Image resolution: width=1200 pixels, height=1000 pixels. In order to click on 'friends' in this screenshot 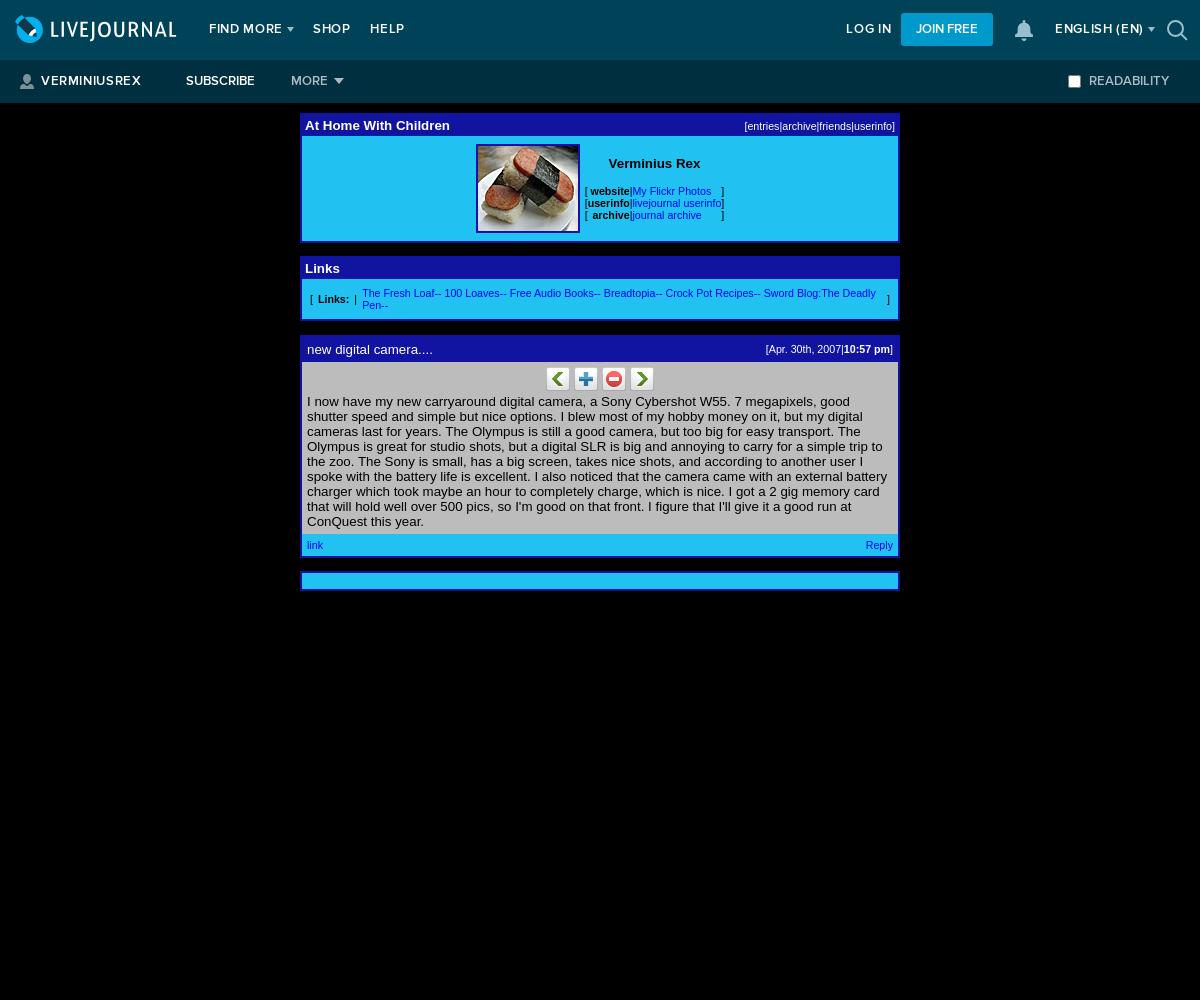, I will do `click(833, 125)`.